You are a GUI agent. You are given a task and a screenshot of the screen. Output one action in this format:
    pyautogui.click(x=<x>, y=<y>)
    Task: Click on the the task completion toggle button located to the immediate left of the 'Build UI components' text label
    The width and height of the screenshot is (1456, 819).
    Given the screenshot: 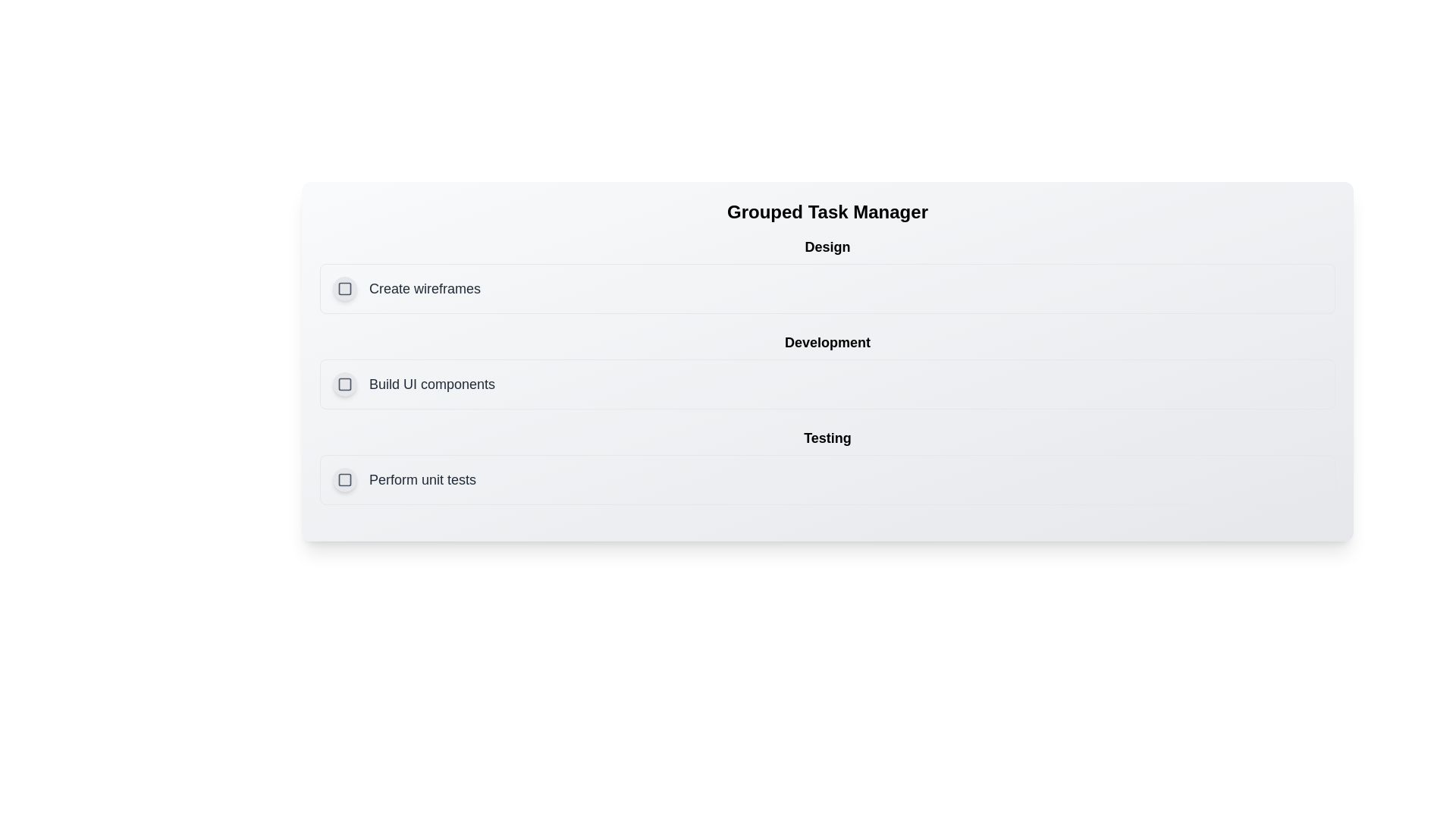 What is the action you would take?
    pyautogui.click(x=344, y=383)
    